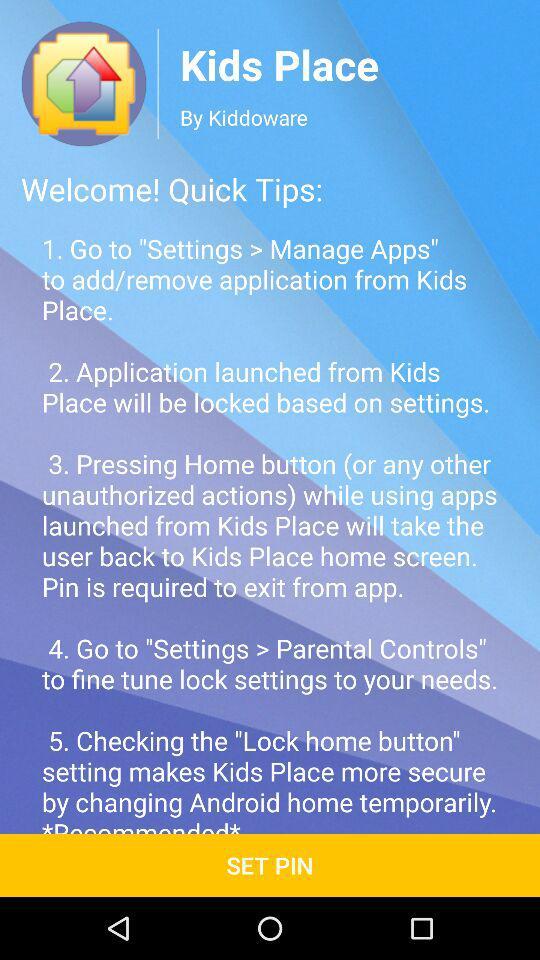 The image size is (540, 960). What do you see at coordinates (270, 864) in the screenshot?
I see `icon below the 1 go to` at bounding box center [270, 864].